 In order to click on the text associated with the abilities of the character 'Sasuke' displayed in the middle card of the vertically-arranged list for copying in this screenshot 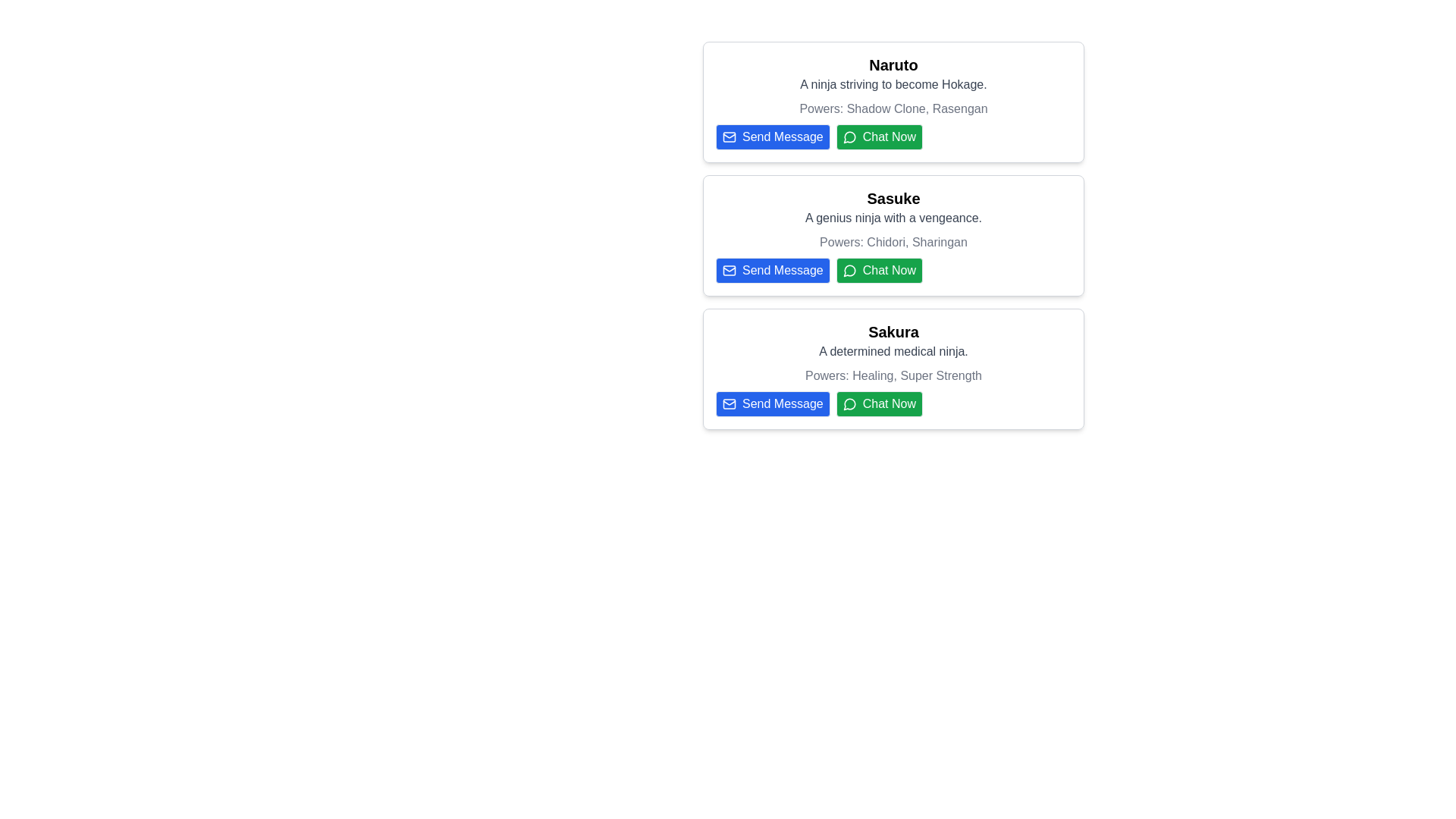, I will do `click(893, 242)`.